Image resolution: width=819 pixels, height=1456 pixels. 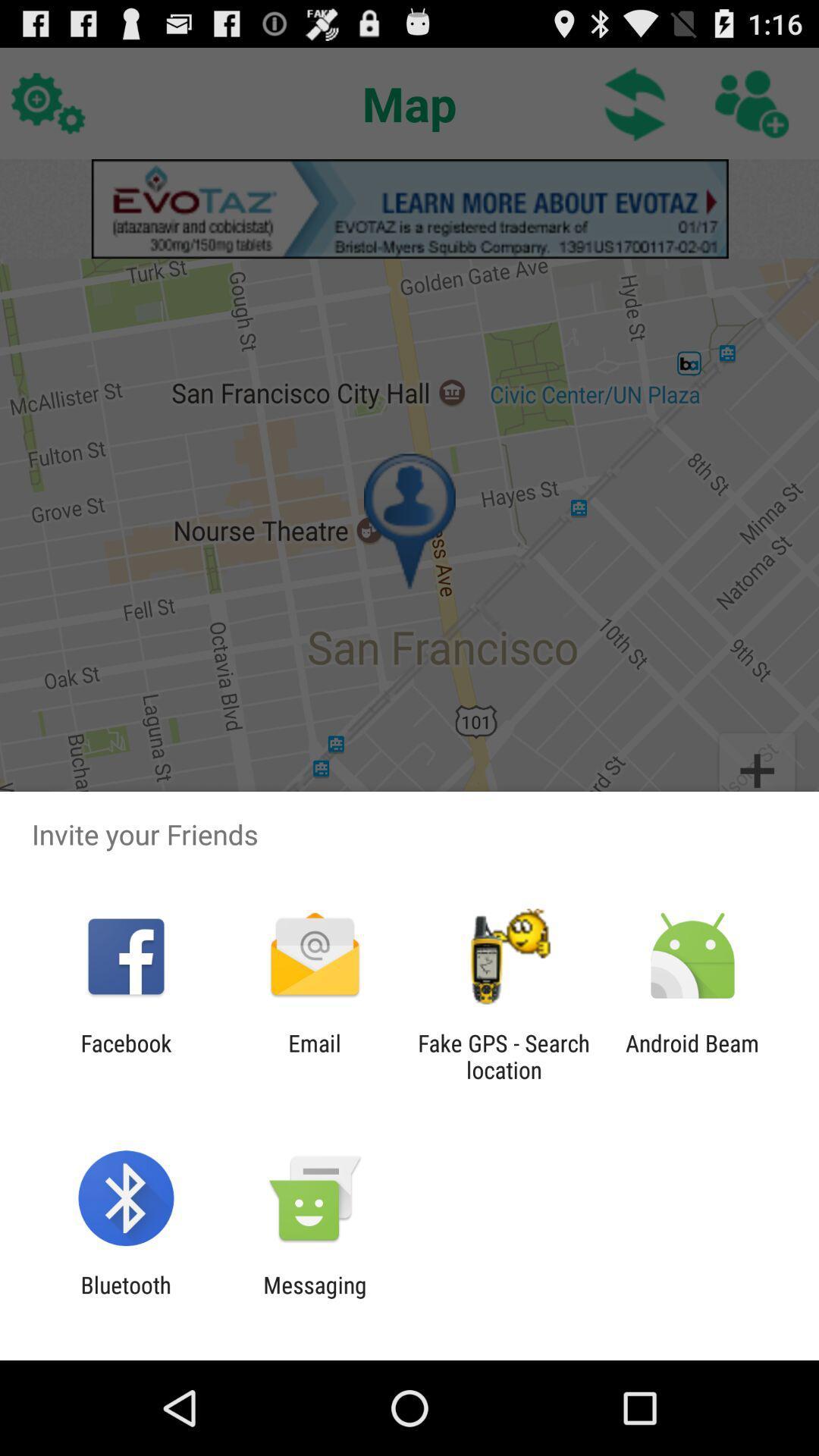 What do you see at coordinates (314, 1298) in the screenshot?
I see `the icon next to the bluetooth icon` at bounding box center [314, 1298].